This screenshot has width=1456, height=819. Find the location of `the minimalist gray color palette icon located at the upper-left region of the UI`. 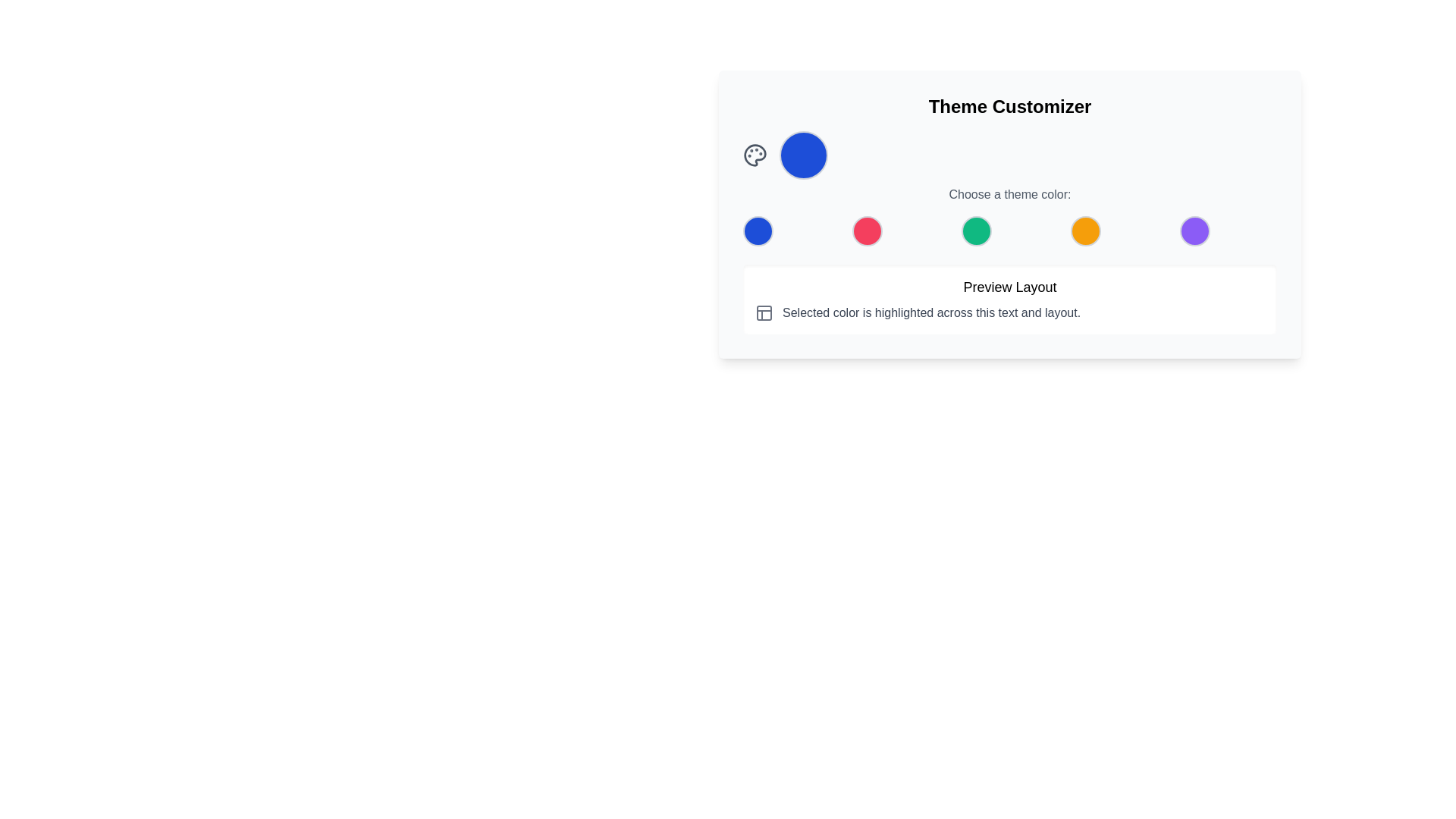

the minimalist gray color palette icon located at the upper-left region of the UI is located at coordinates (755, 155).